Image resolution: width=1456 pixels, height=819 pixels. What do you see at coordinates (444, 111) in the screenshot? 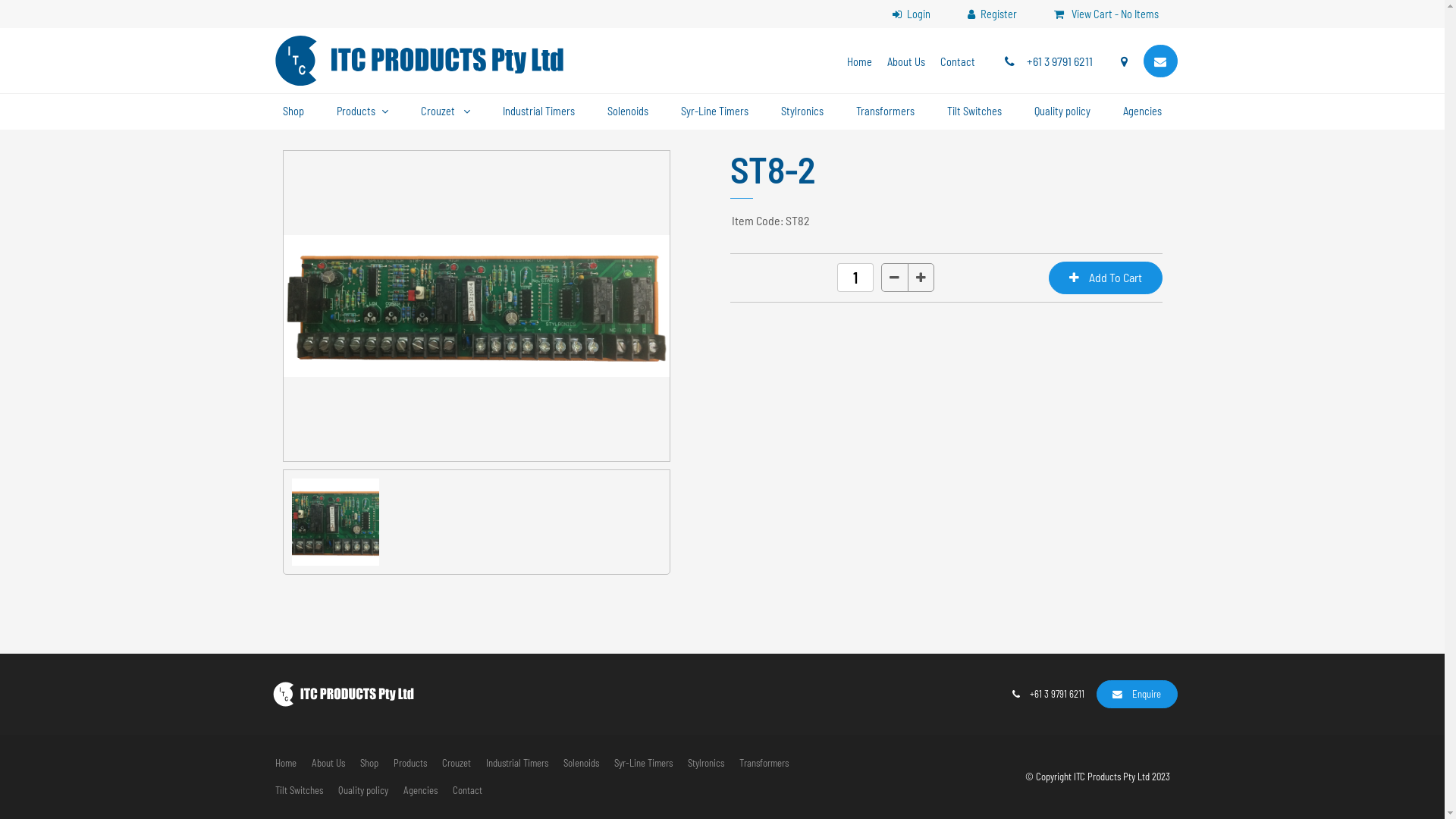
I see `'Crouzet'` at bounding box center [444, 111].